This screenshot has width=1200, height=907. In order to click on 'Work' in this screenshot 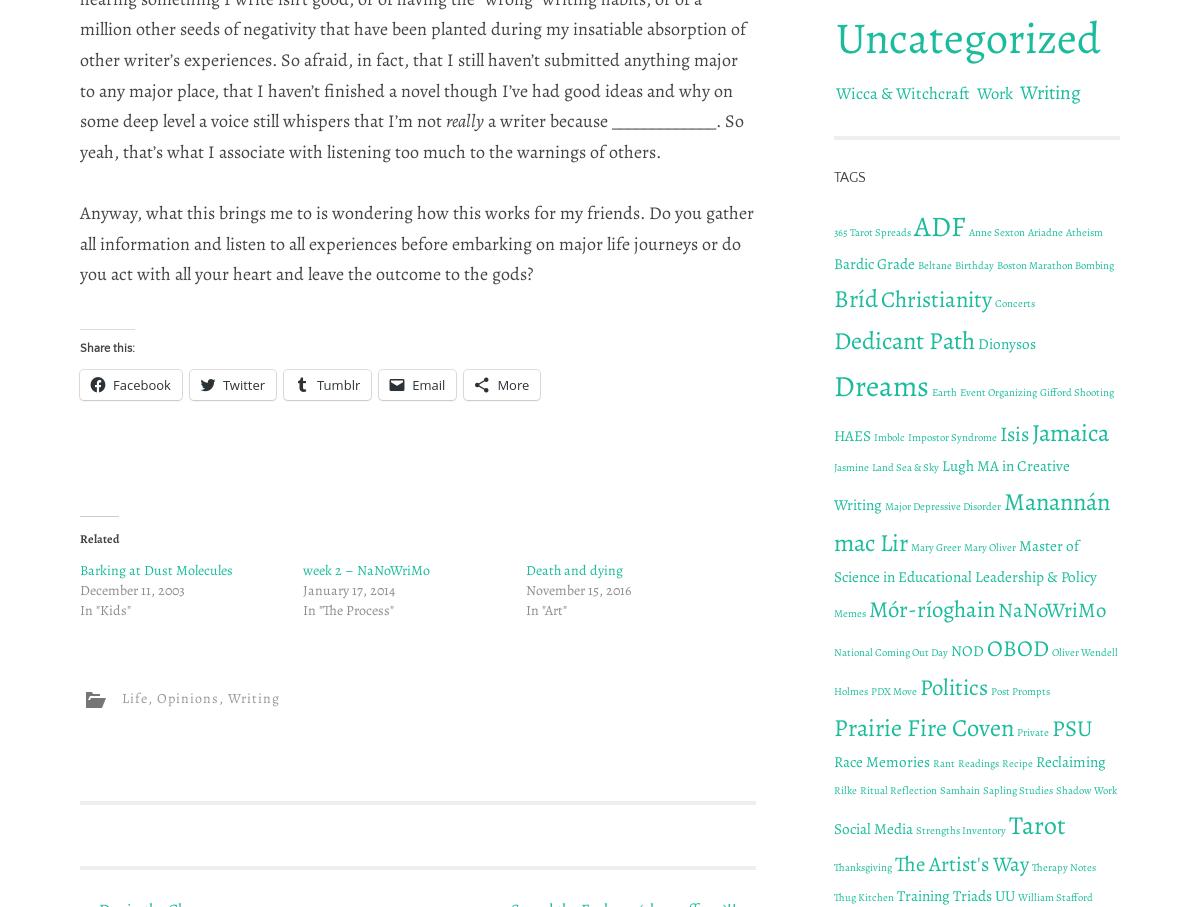, I will do `click(995, 91)`.